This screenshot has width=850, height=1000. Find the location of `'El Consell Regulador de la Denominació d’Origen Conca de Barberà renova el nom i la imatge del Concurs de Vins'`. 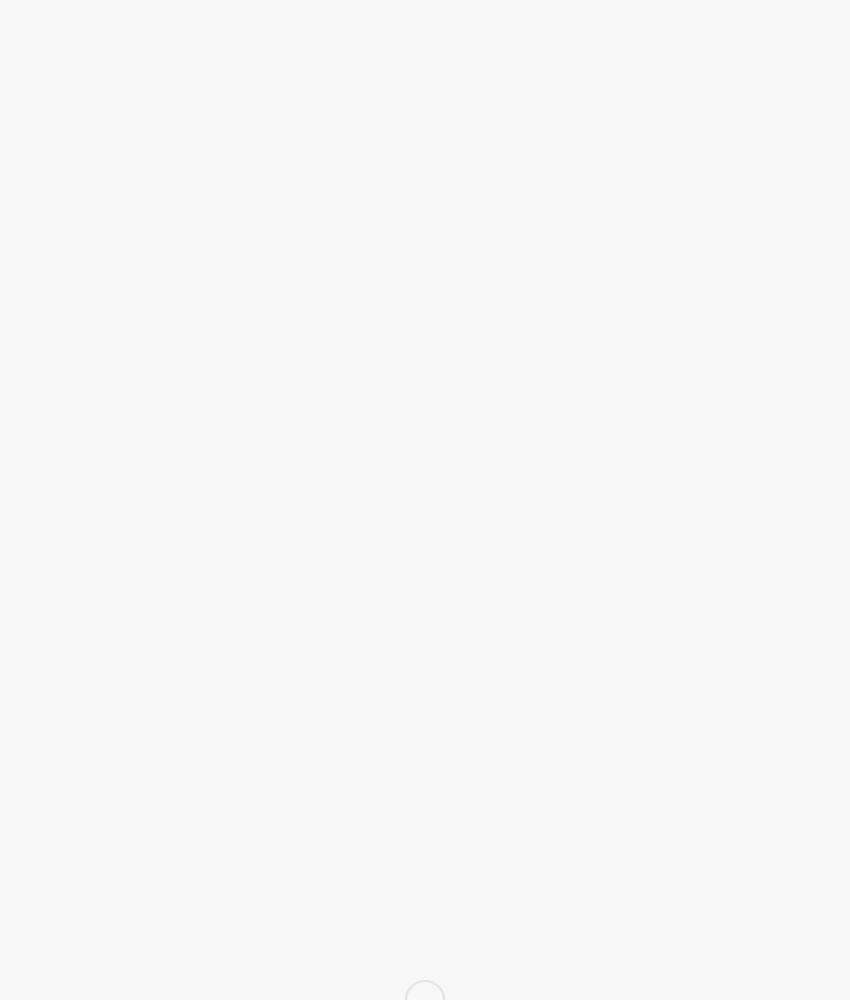

'El Consell Regulador de la Denominació d’Origen Conca de Barberà renova el nom i la imatge del Concurs de Vins' is located at coordinates (417, 807).